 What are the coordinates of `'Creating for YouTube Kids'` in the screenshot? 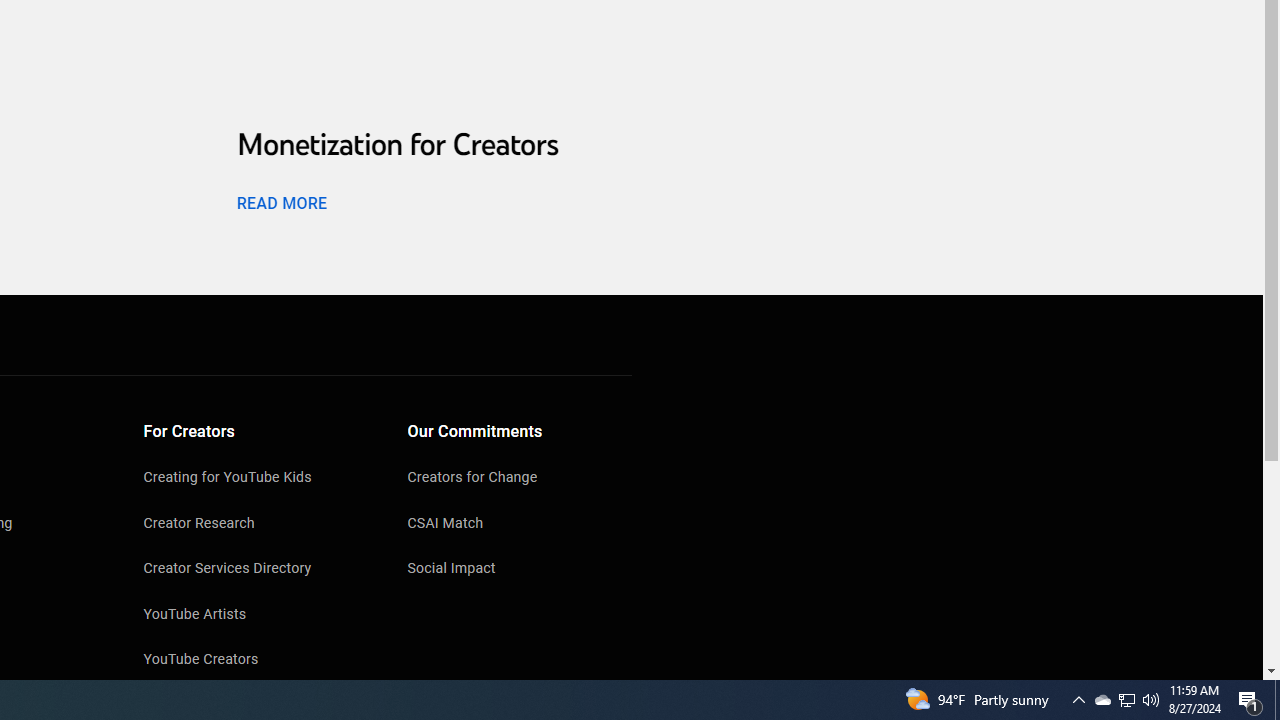 It's located at (255, 479).